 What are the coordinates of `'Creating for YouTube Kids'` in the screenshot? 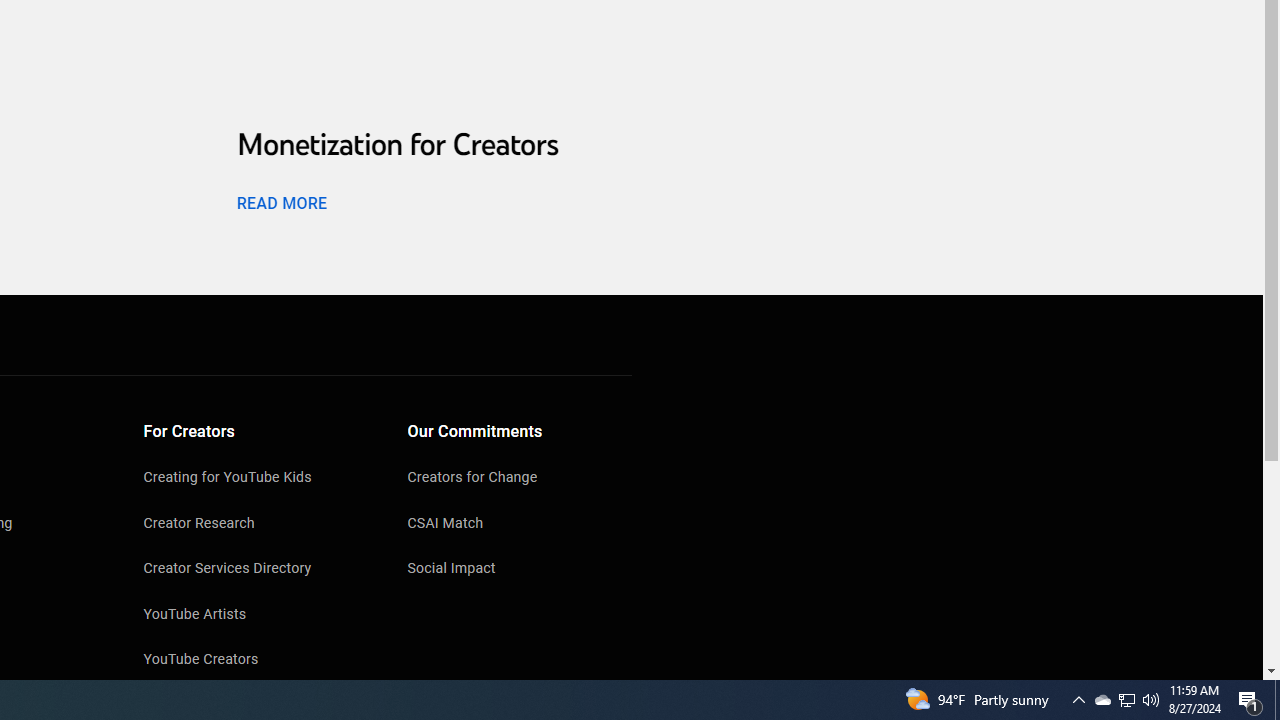 It's located at (255, 479).